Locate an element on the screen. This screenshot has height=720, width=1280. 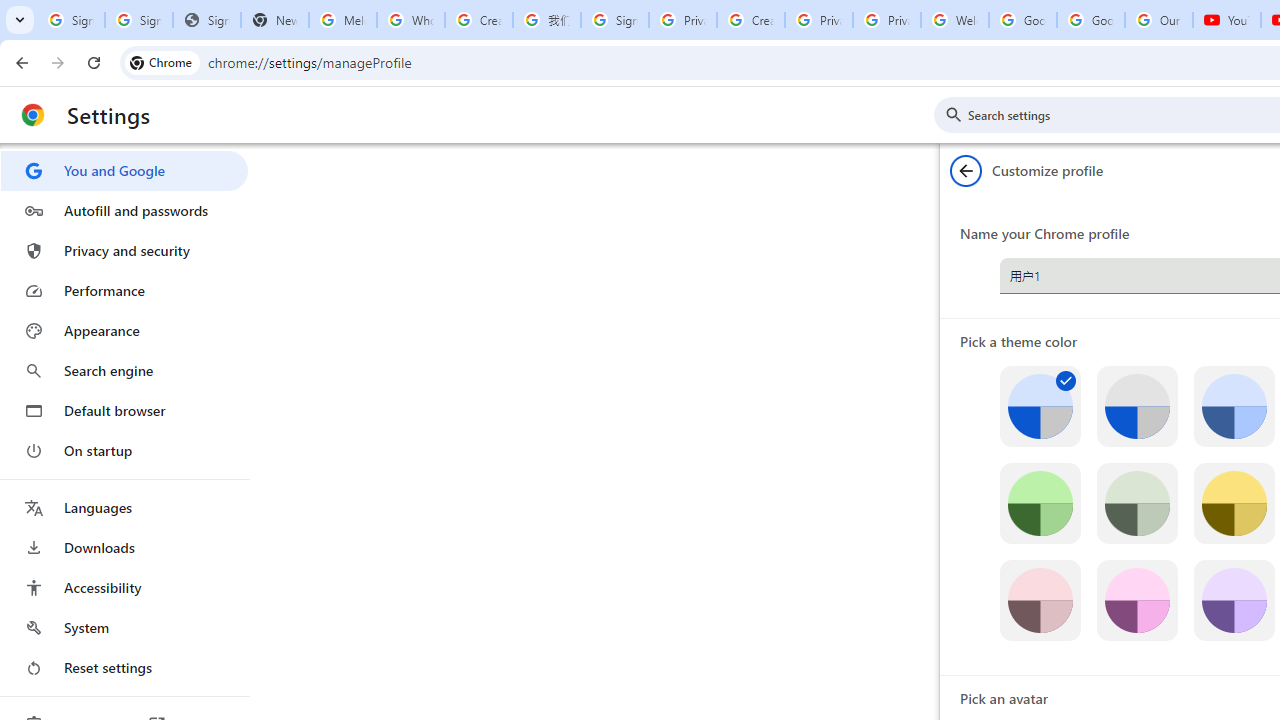
'Appearance' is located at coordinates (123, 330).